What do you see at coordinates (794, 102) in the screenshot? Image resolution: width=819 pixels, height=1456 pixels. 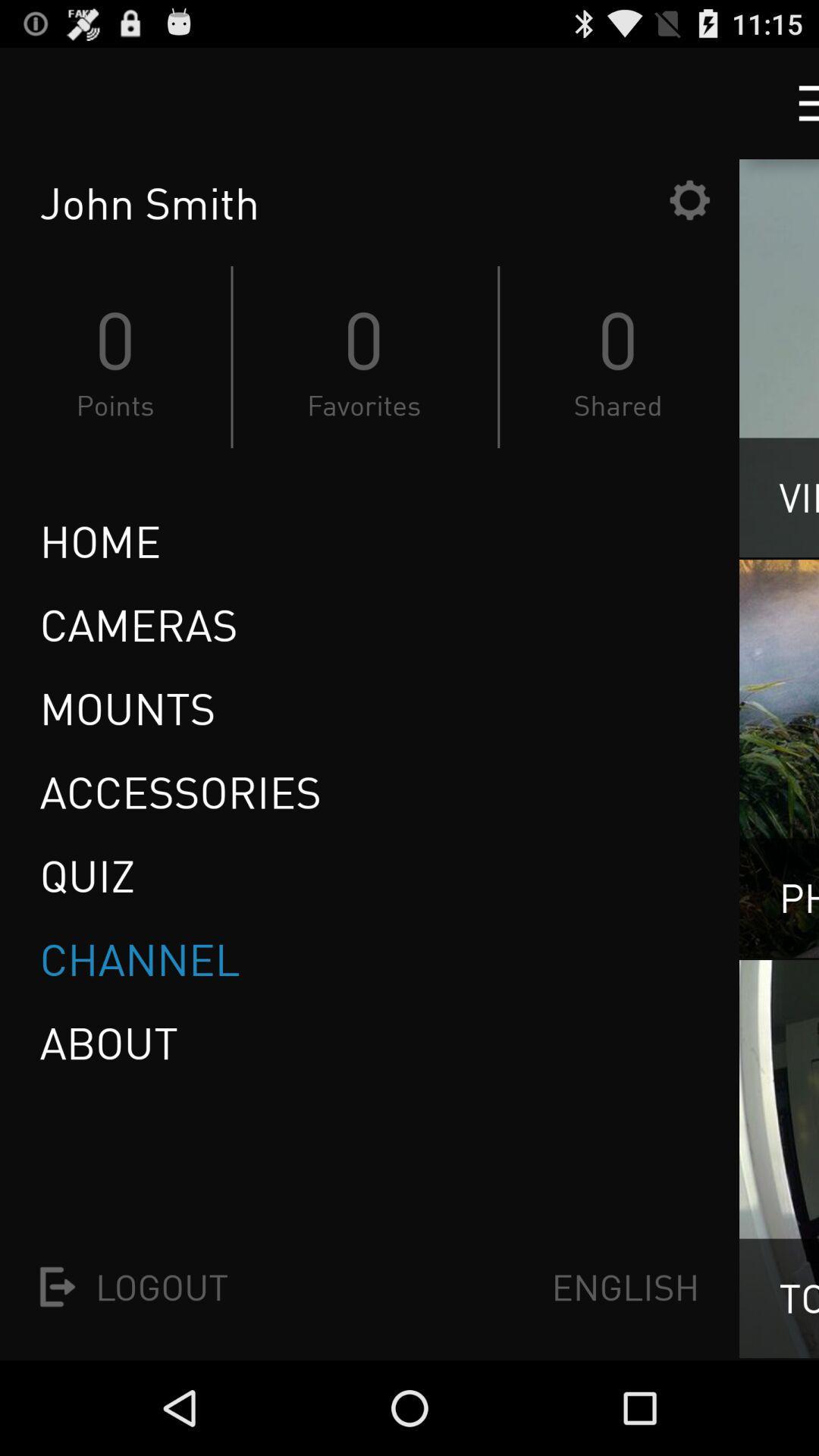 I see `main menu` at bounding box center [794, 102].